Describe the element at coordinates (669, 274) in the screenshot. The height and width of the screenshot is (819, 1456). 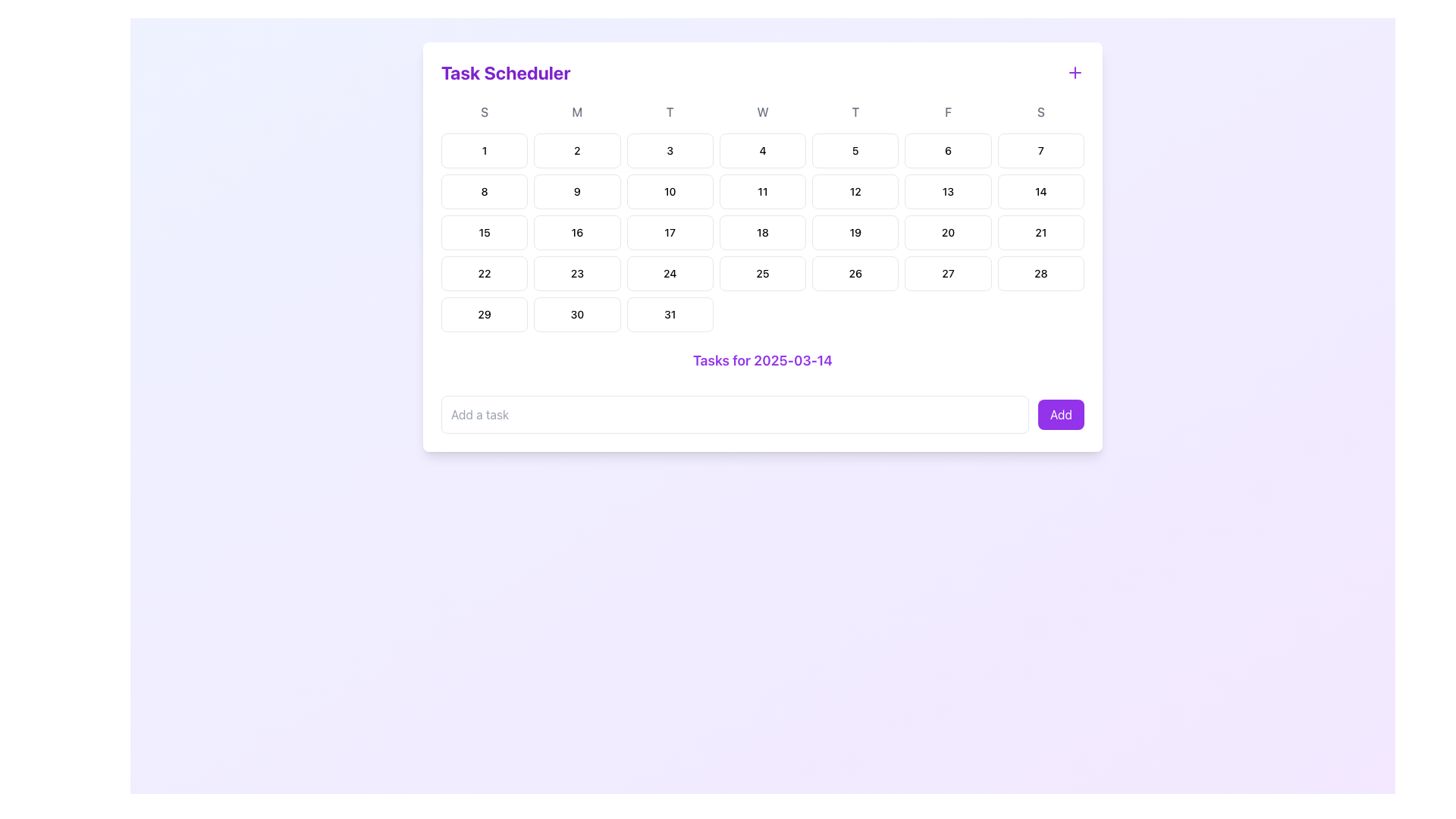
I see `the button labeled '24' in the fourth column of the lower row in the calendar grid` at that location.